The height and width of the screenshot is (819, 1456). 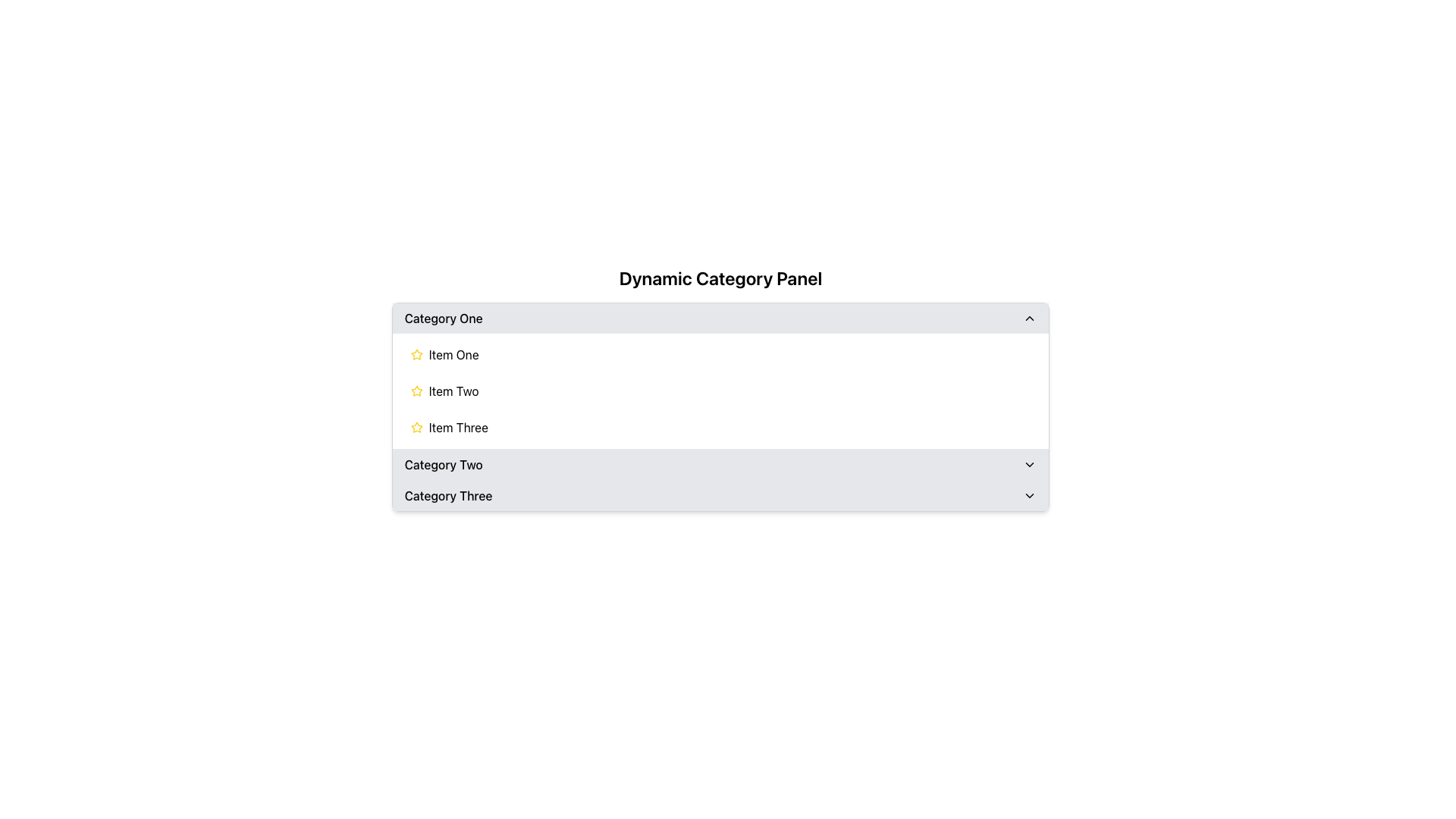 What do you see at coordinates (1030, 318) in the screenshot?
I see `the chevron icon located at the far right end of the 'Category One' section header` at bounding box center [1030, 318].